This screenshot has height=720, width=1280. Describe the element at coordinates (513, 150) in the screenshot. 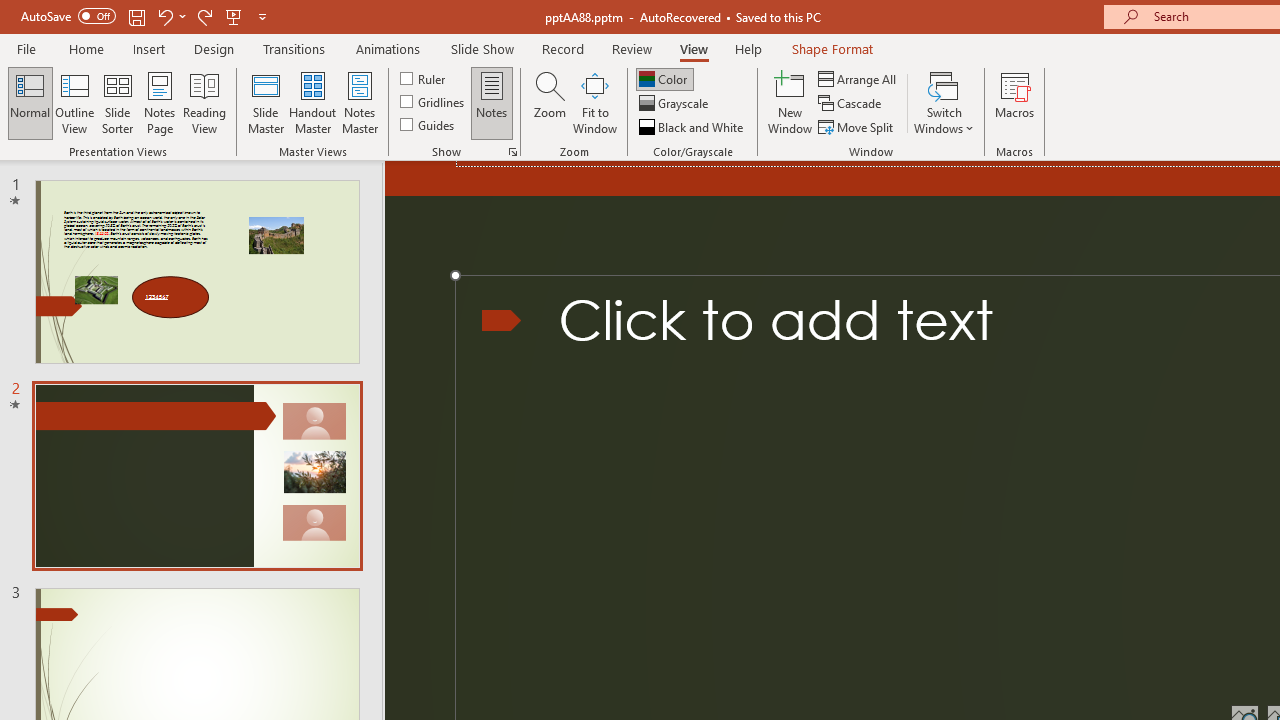

I see `'Grid Settings...'` at that location.